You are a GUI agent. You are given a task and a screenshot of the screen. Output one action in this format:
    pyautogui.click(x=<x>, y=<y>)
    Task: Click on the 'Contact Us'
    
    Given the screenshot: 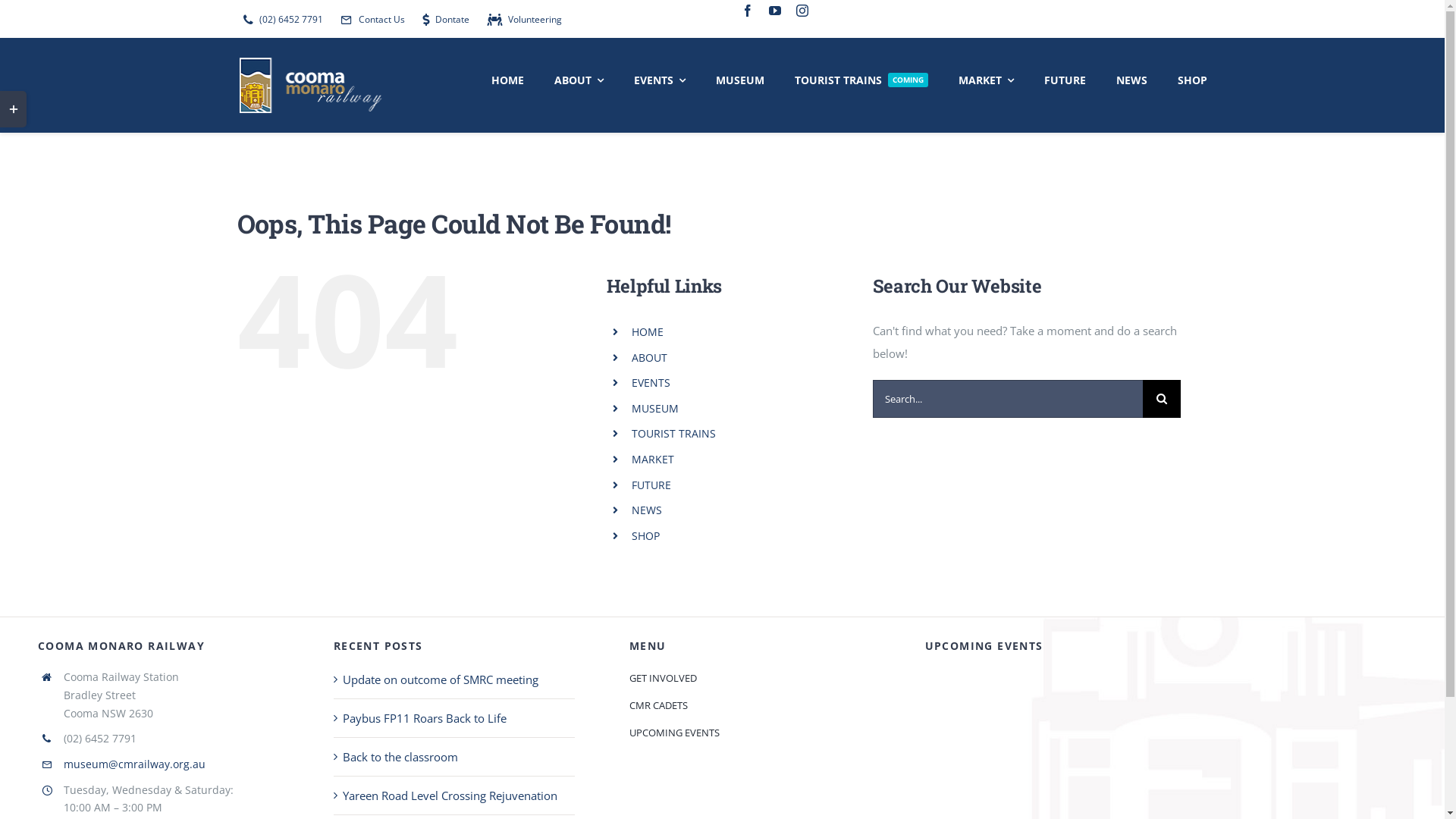 What is the action you would take?
    pyautogui.click(x=333, y=20)
    